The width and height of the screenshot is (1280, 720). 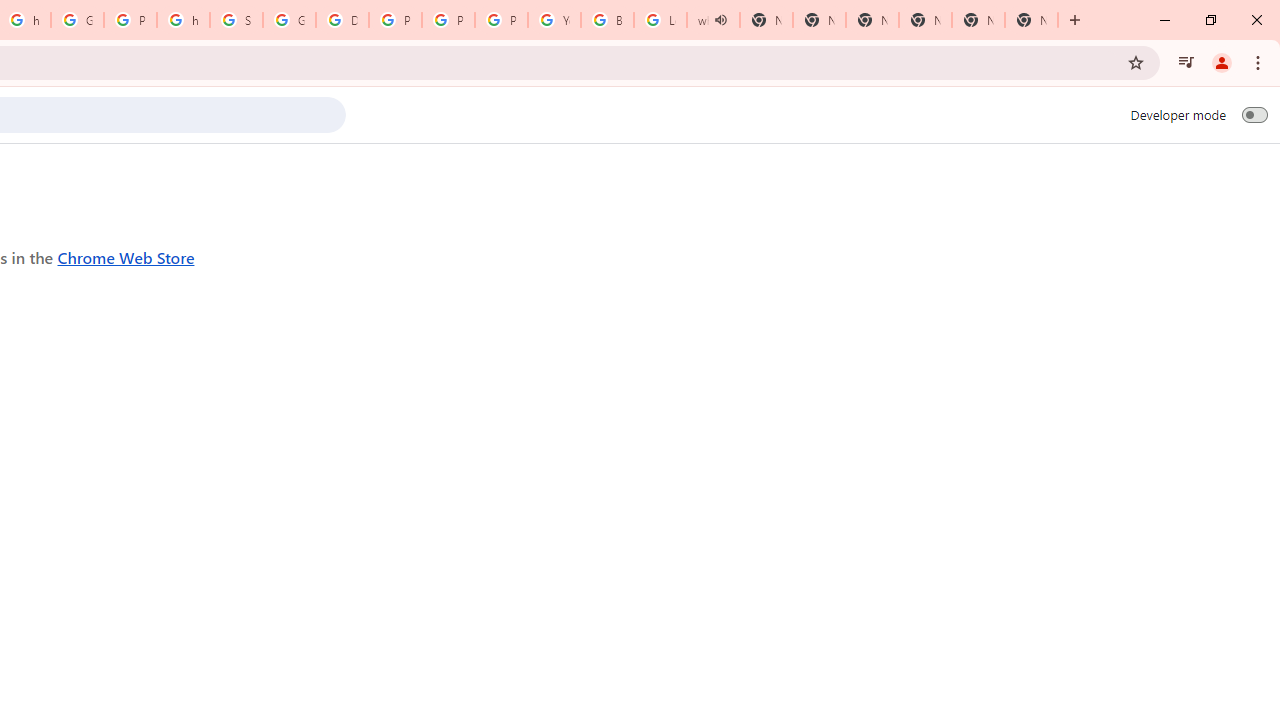 I want to click on 'New Tab', so click(x=1031, y=20).